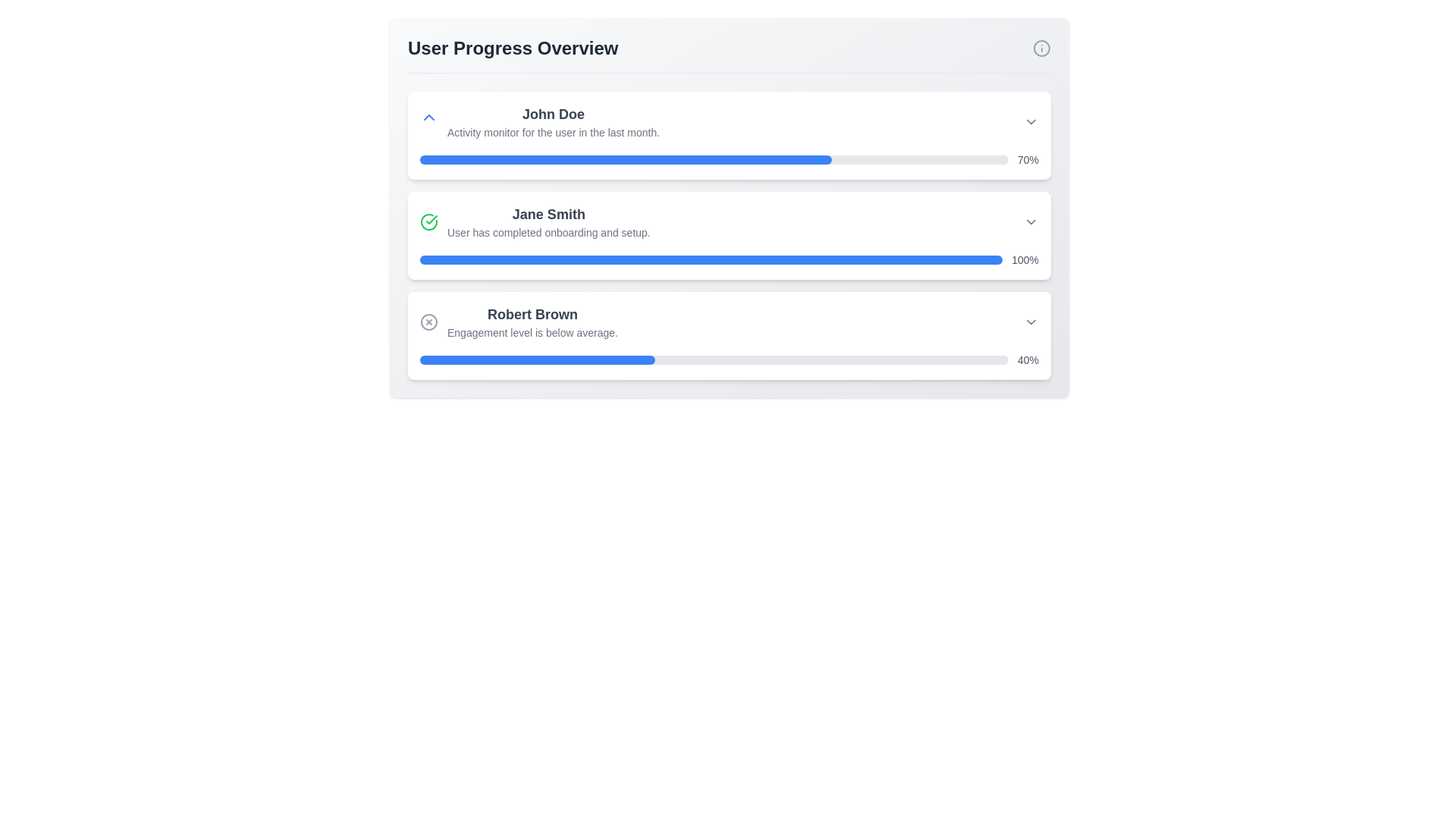 The image size is (1456, 819). What do you see at coordinates (1031, 321) in the screenshot?
I see `the Icon button located at the far right of Robert Brown's row` at bounding box center [1031, 321].